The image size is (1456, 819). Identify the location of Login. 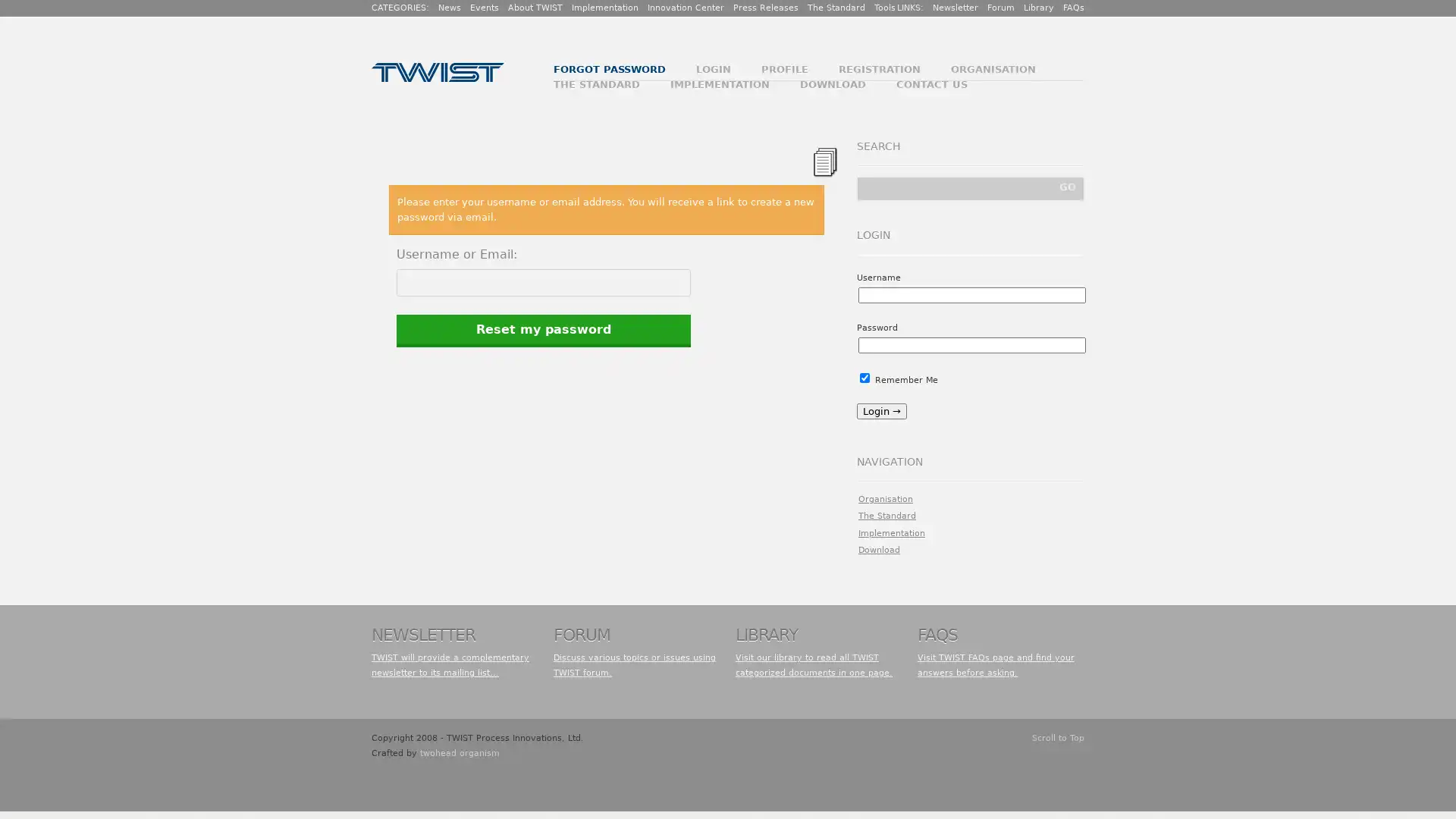
(881, 411).